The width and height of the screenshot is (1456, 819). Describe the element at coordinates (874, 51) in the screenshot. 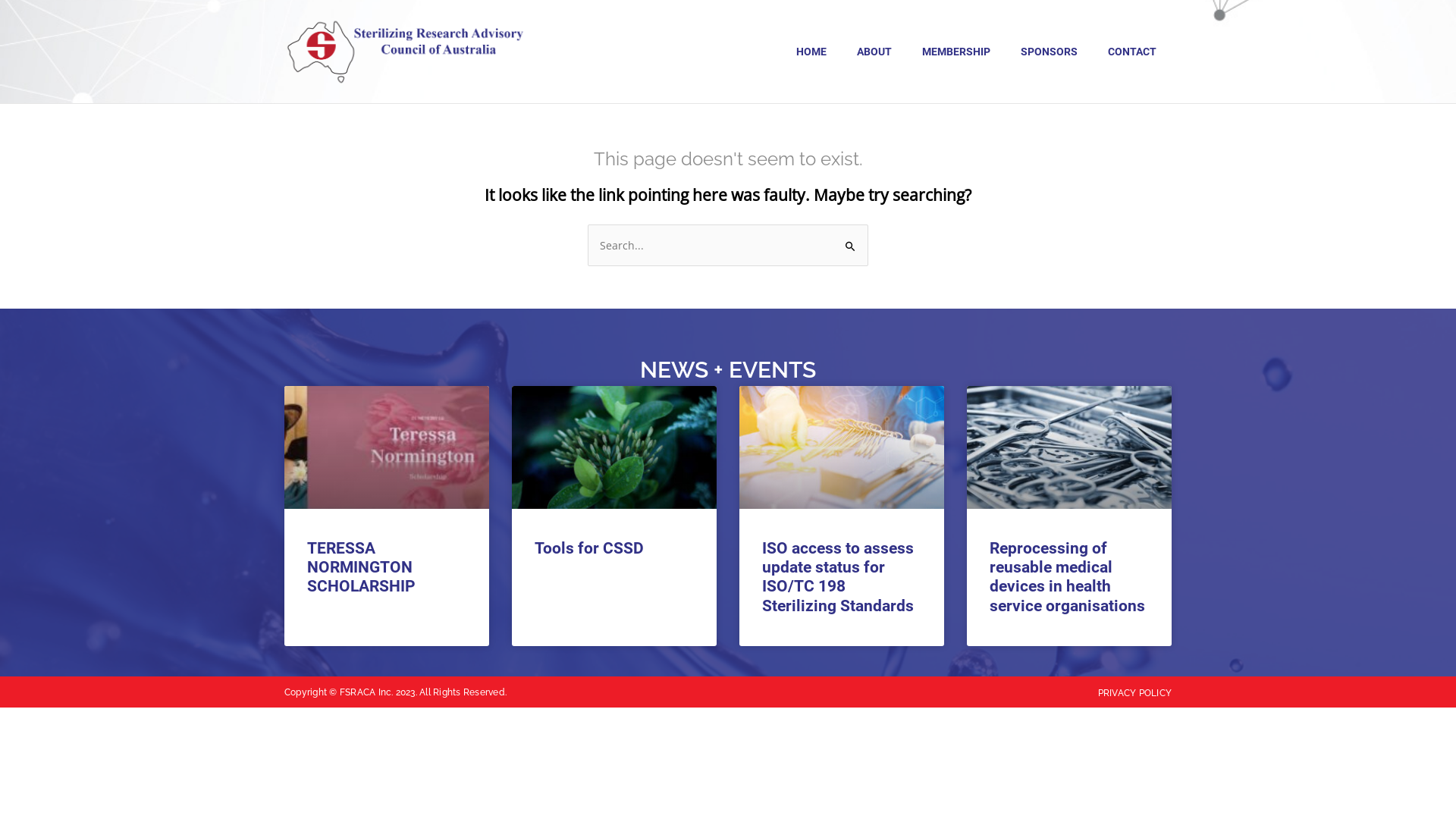

I see `'ABOUT'` at that location.